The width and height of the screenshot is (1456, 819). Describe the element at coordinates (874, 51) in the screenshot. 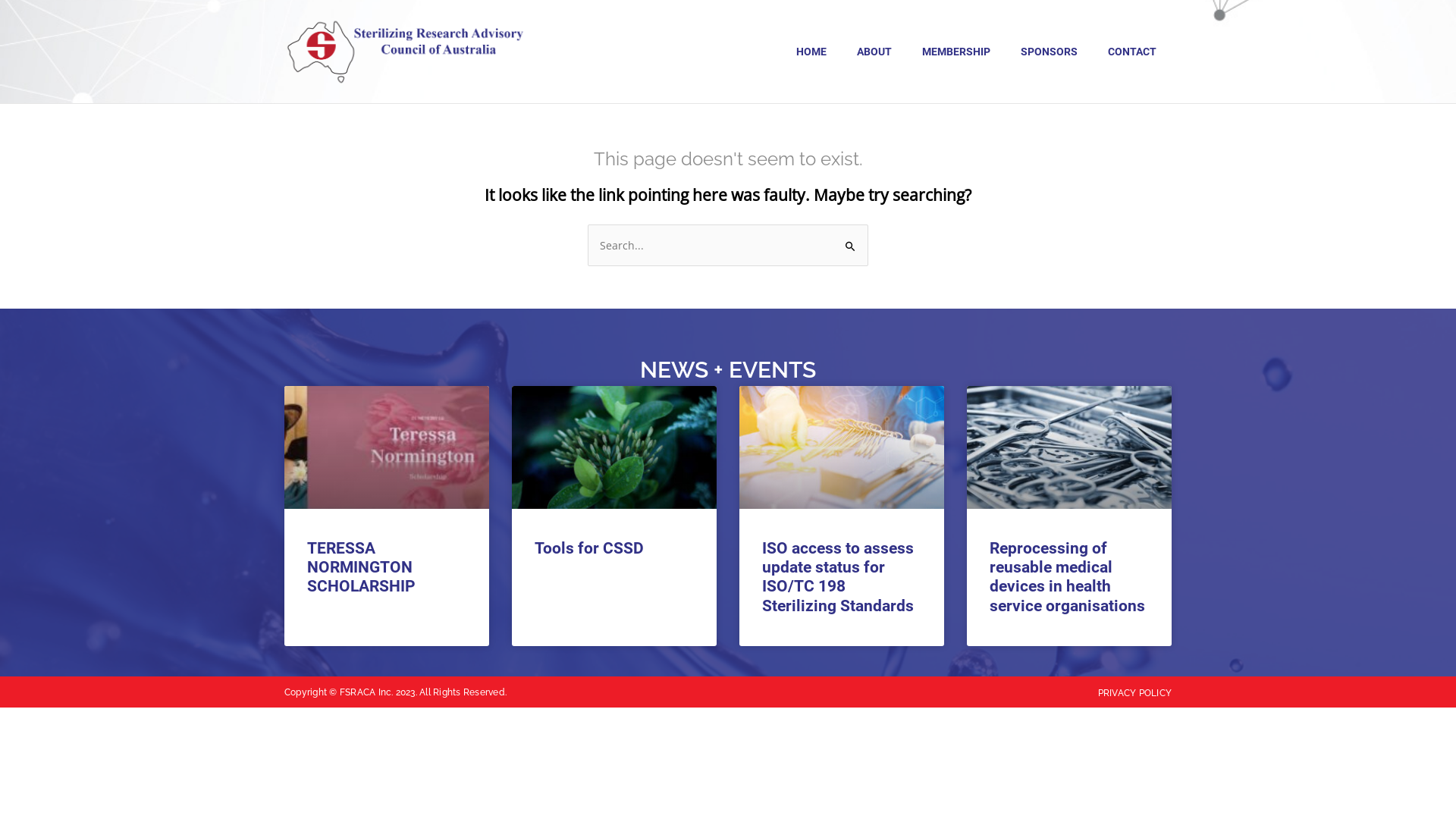

I see `'ABOUT'` at that location.